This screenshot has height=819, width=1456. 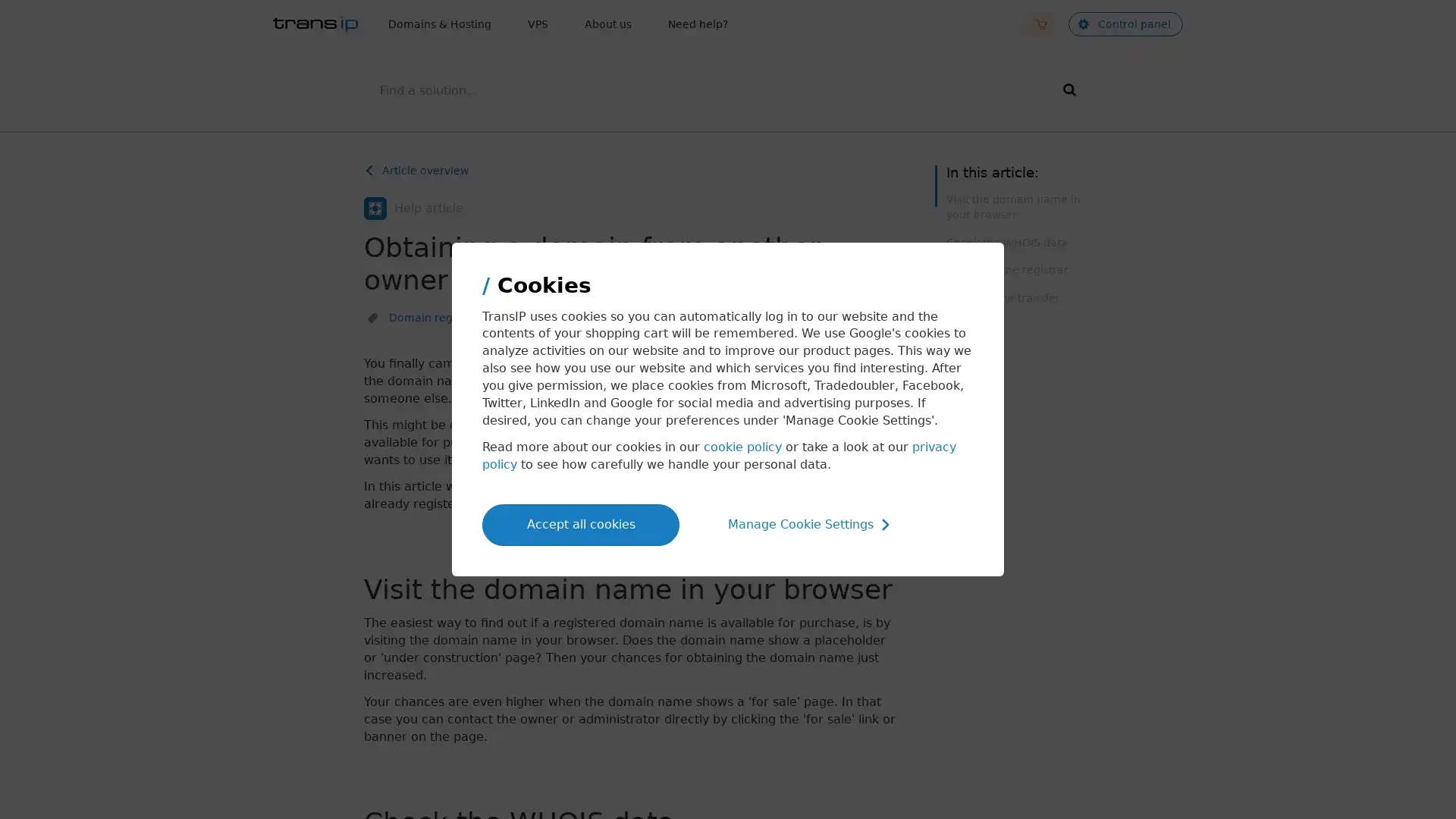 What do you see at coordinates (580, 523) in the screenshot?
I see `Accept all cookies` at bounding box center [580, 523].